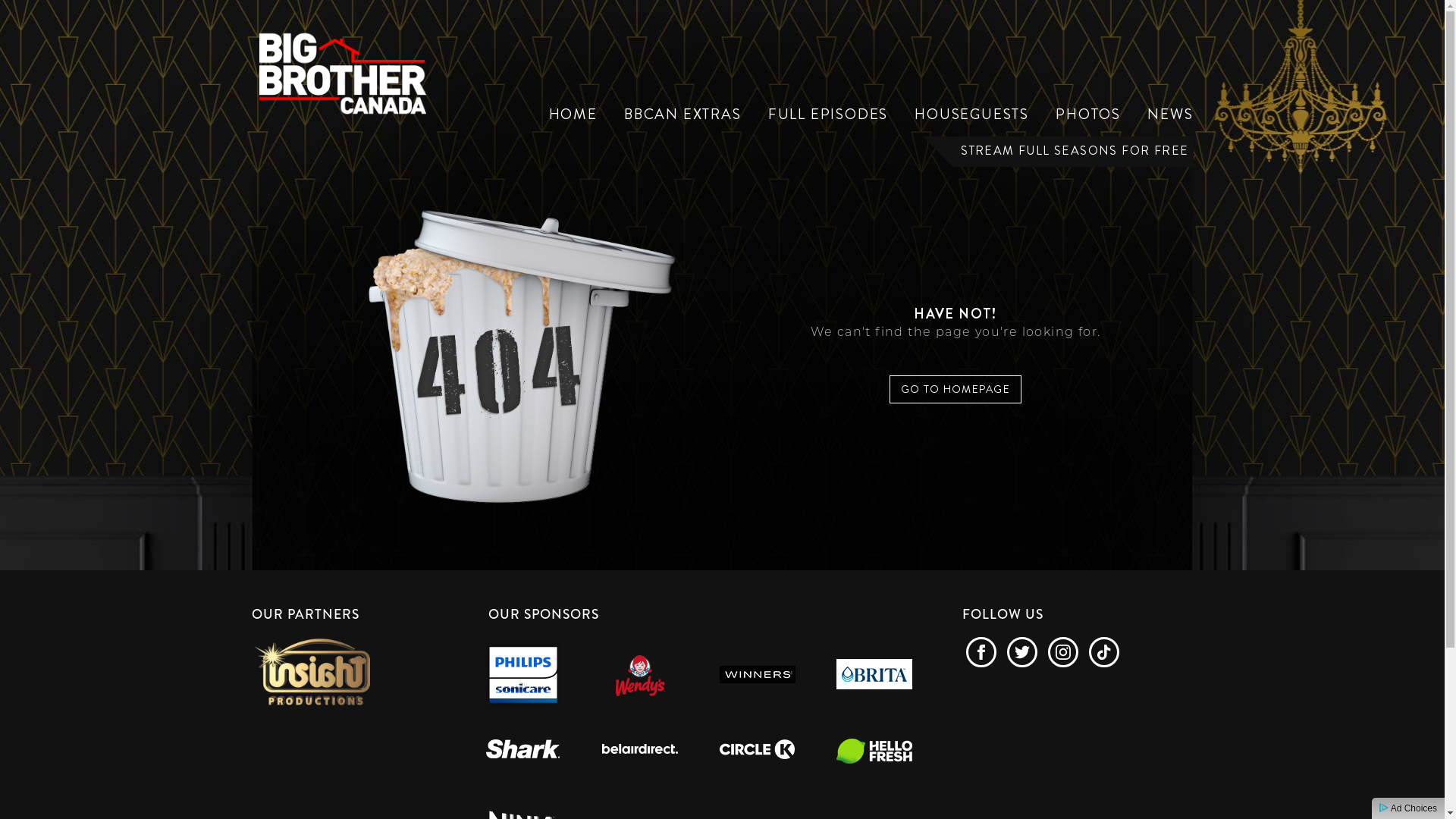 Image resolution: width=1456 pixels, height=819 pixels. Describe the element at coordinates (971, 113) in the screenshot. I see `'HOUSEGUESTS'` at that location.